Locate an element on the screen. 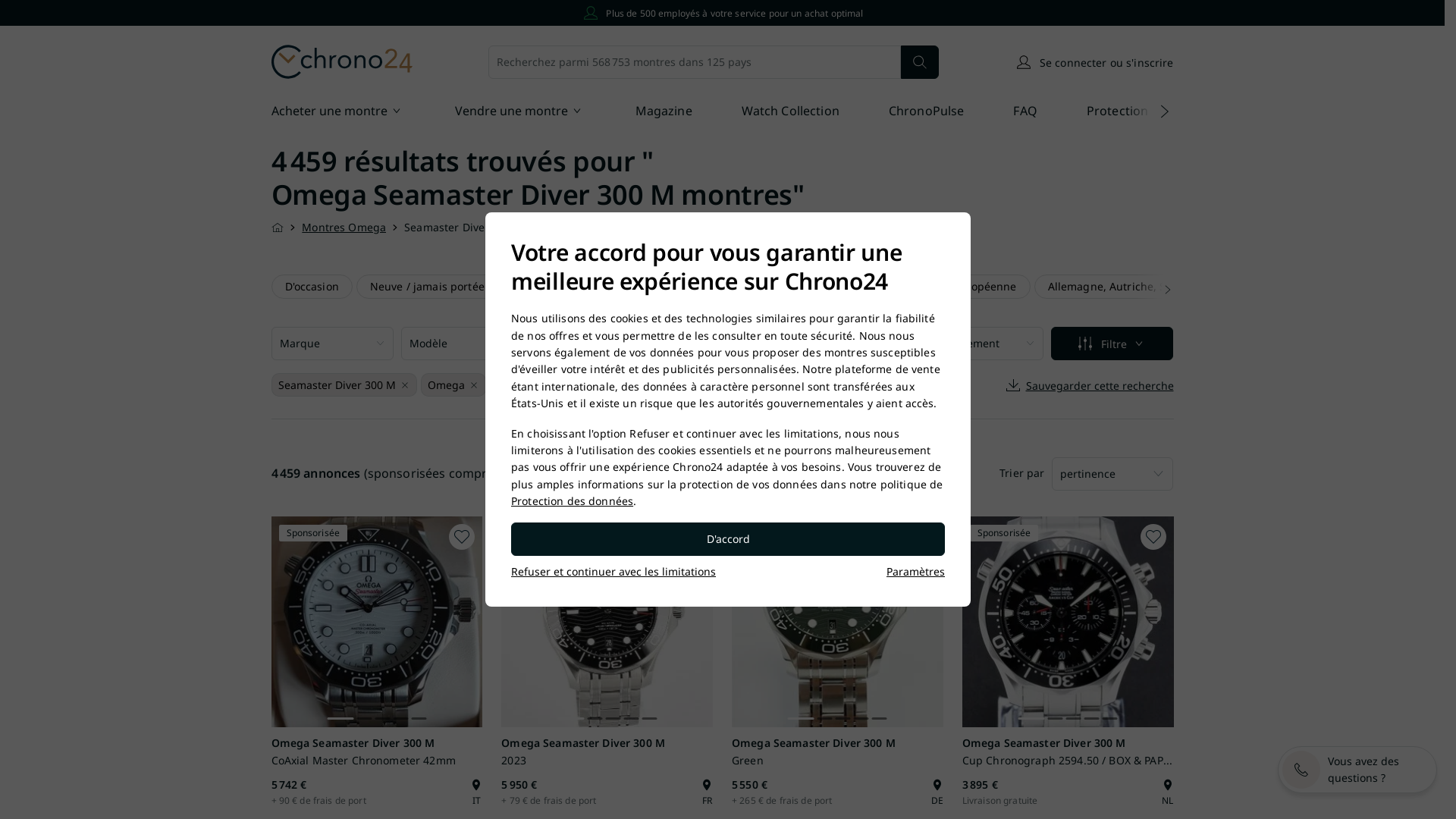  'NL' is located at coordinates (1167, 791).